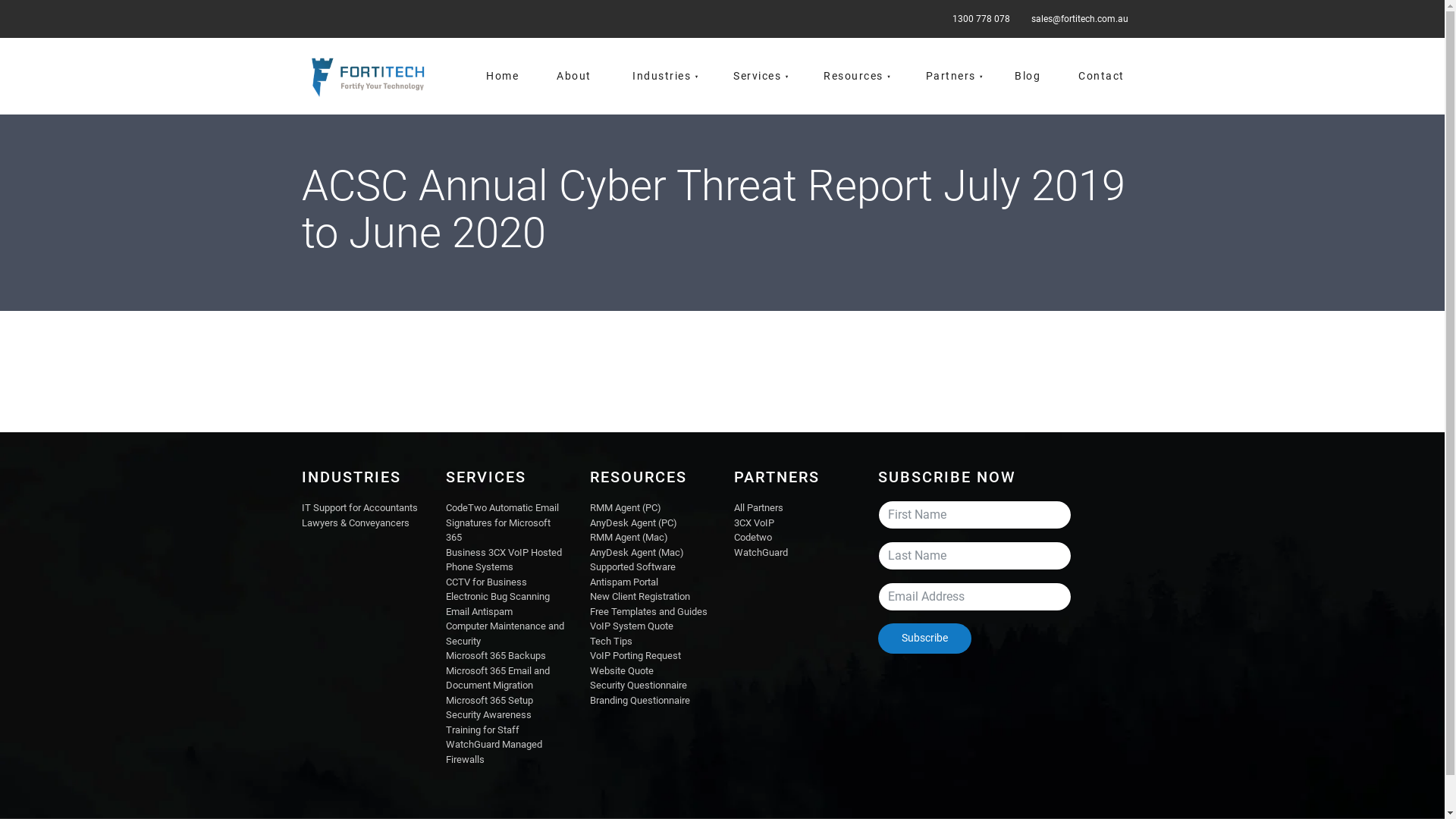 The image size is (1456, 819). Describe the element at coordinates (445, 700) in the screenshot. I see `'Microsoft 365 Setup'` at that location.